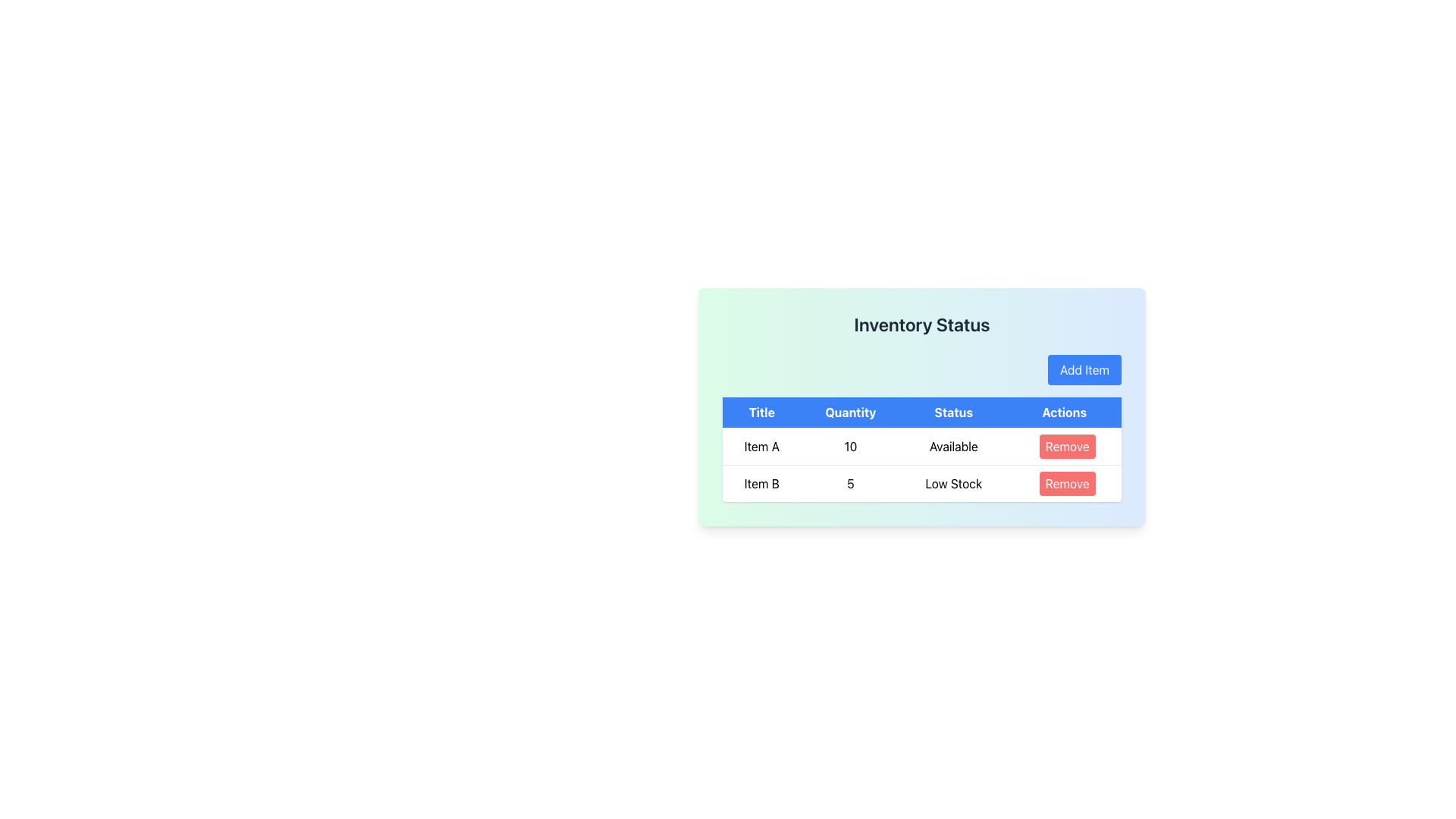 Image resolution: width=1456 pixels, height=819 pixels. I want to click on the Static text element displaying the quantity of 'Item A' in the inventory list, located in the second column of the first row of the 'Inventory Status' table, so click(850, 446).